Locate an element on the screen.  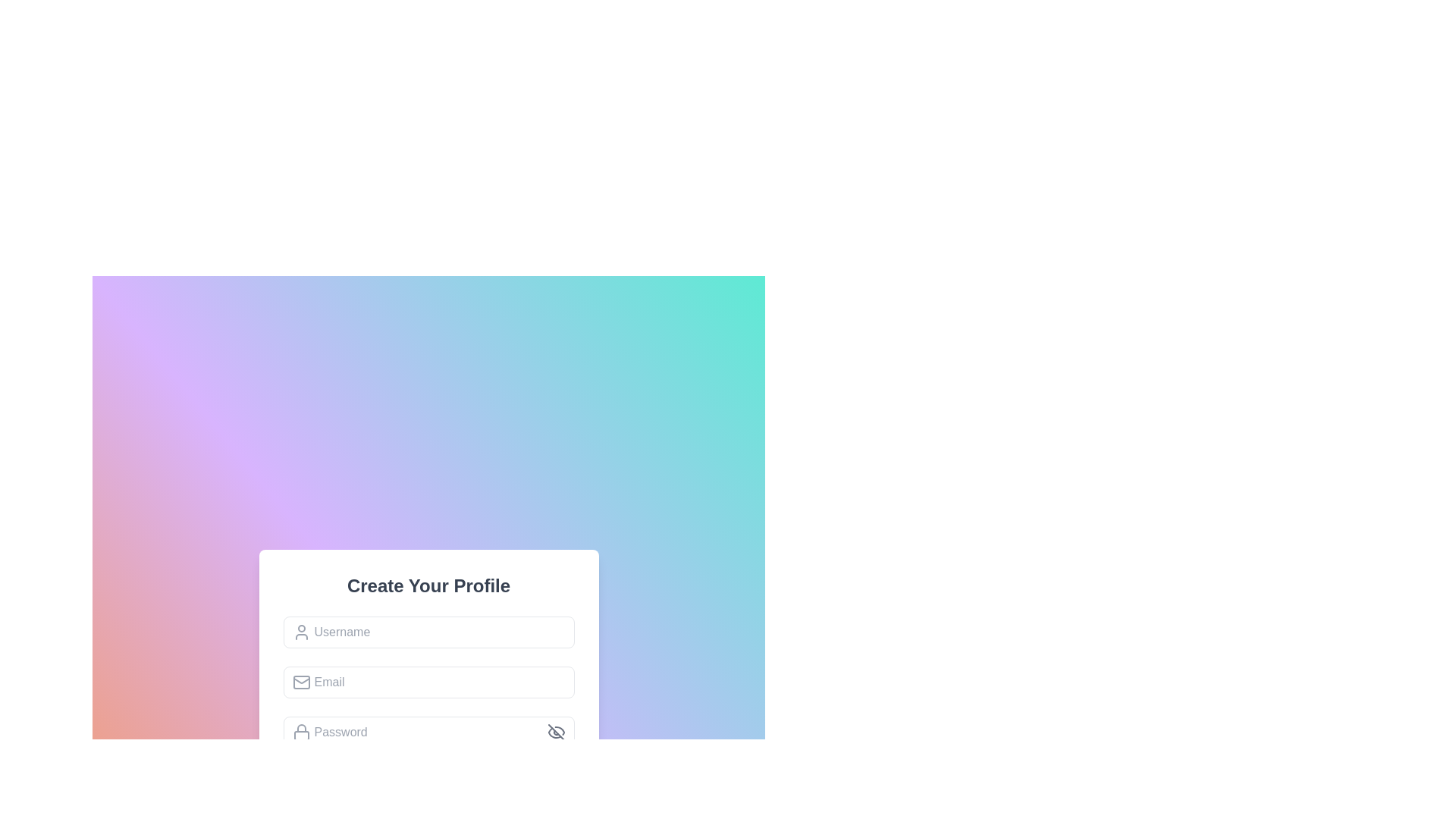
the password visibility toggle icon is located at coordinates (555, 731).